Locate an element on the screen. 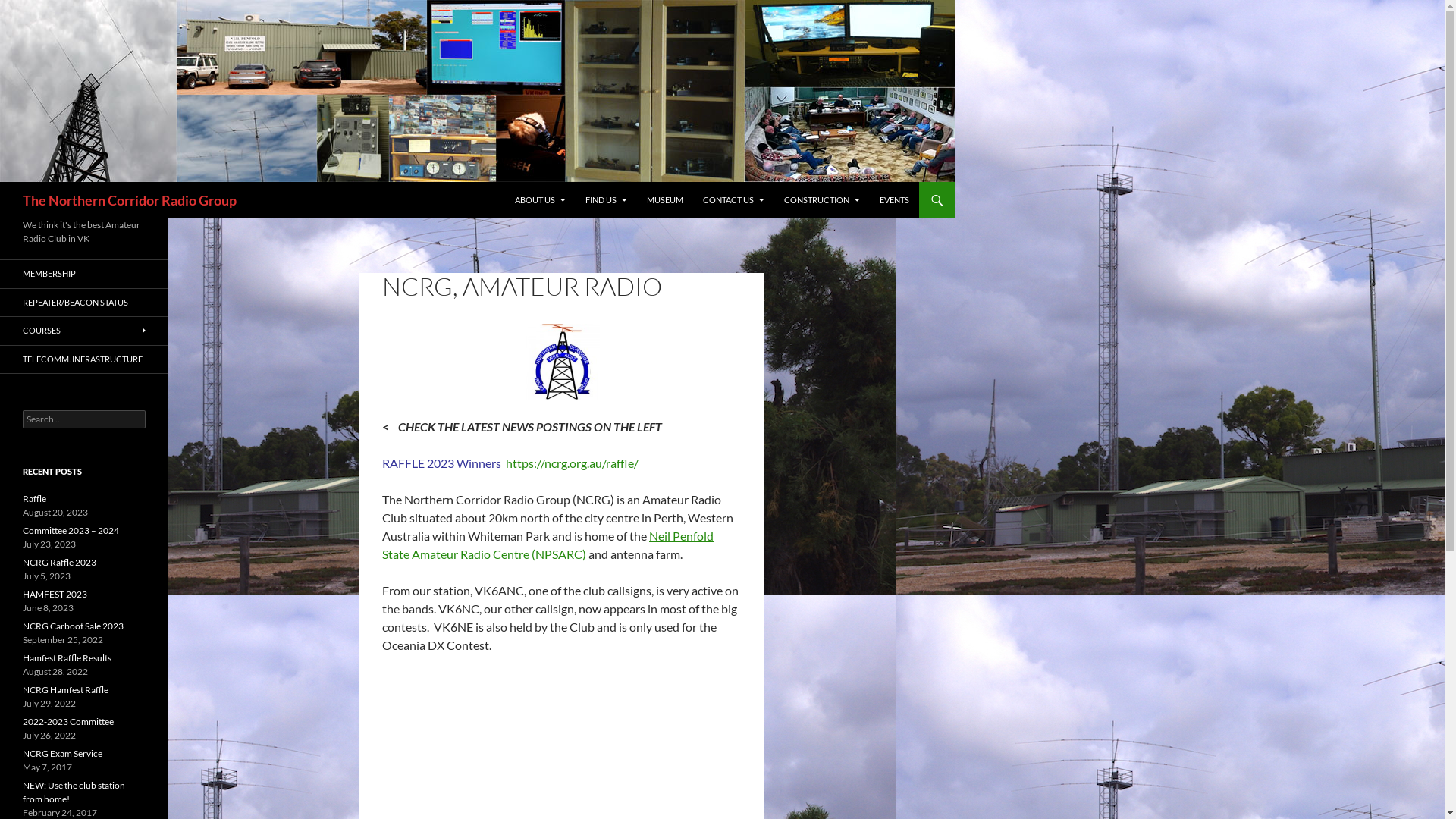 This screenshot has height=819, width=1456. 'The Northern Corridor Radio Group' is located at coordinates (130, 199).